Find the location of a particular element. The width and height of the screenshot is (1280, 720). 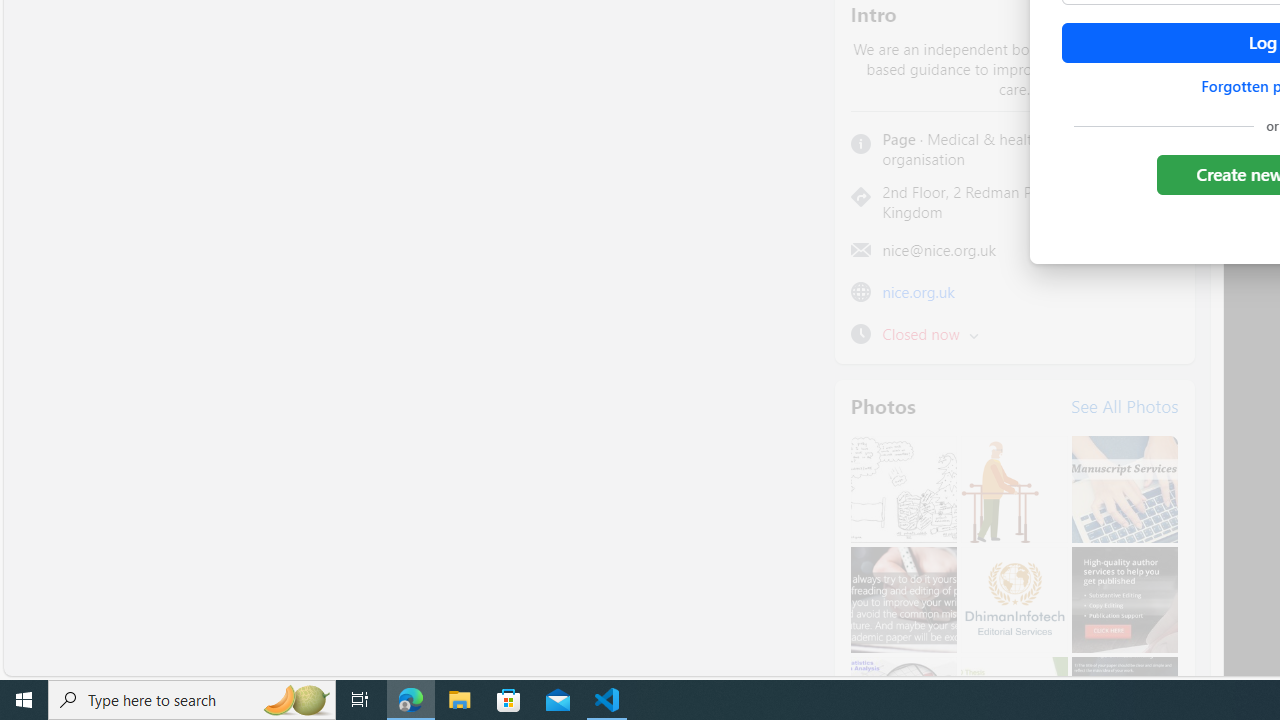

'File Explorer' is located at coordinates (459, 698).